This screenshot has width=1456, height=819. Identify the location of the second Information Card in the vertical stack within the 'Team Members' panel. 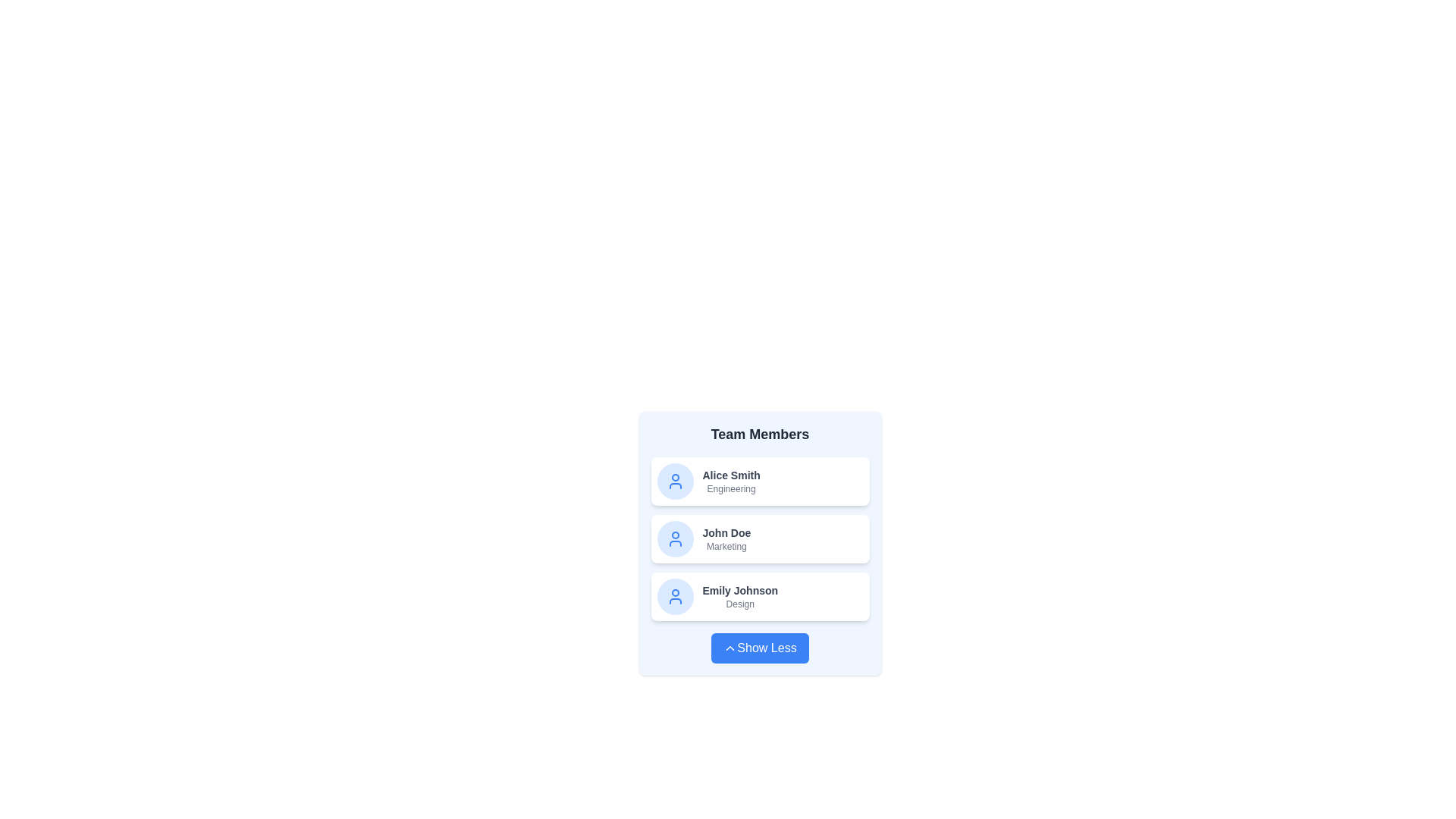
(760, 543).